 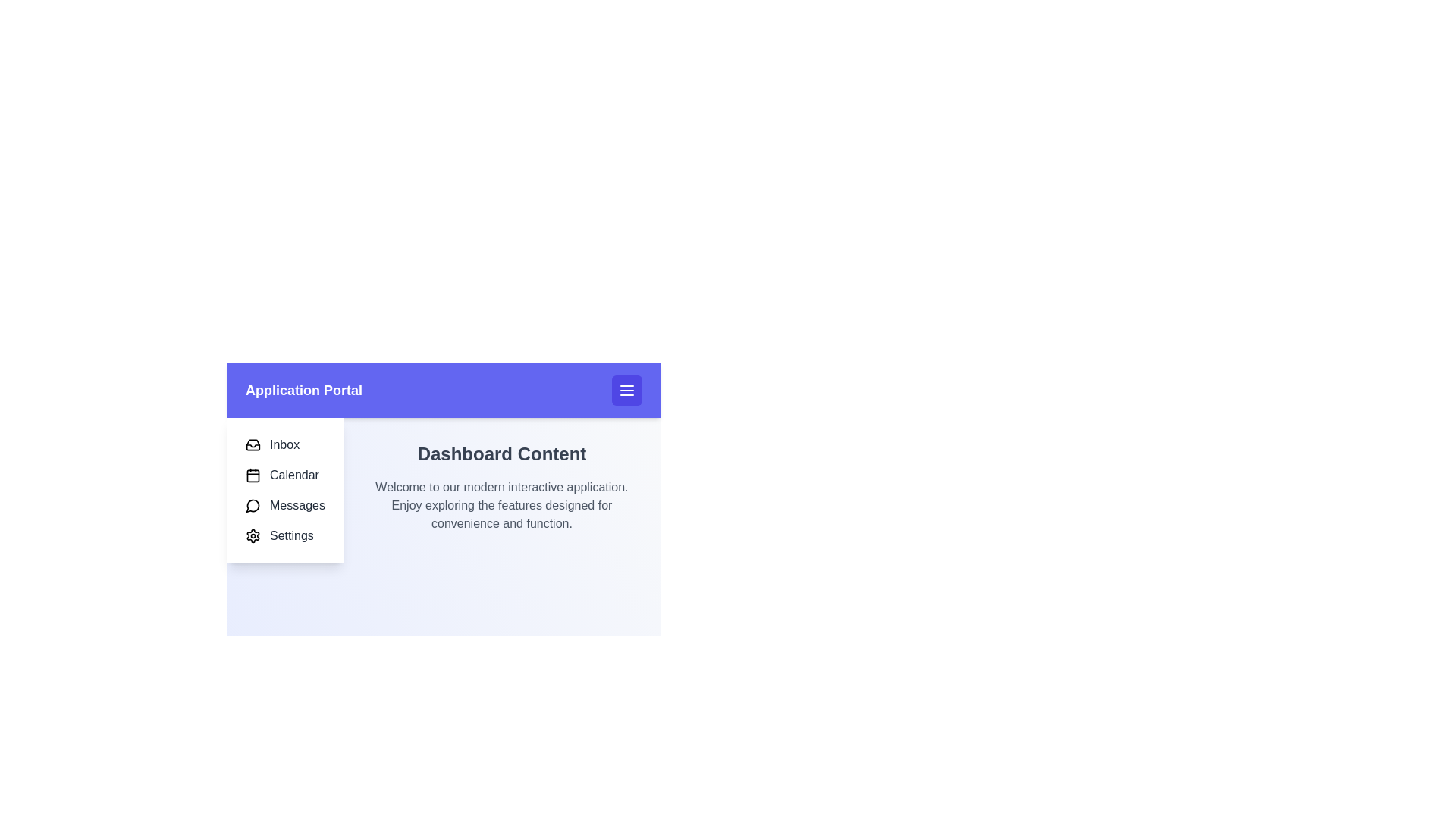 I want to click on the circular speech bubble icon located next to the 'Messages' text in the vertical menu, so click(x=253, y=506).